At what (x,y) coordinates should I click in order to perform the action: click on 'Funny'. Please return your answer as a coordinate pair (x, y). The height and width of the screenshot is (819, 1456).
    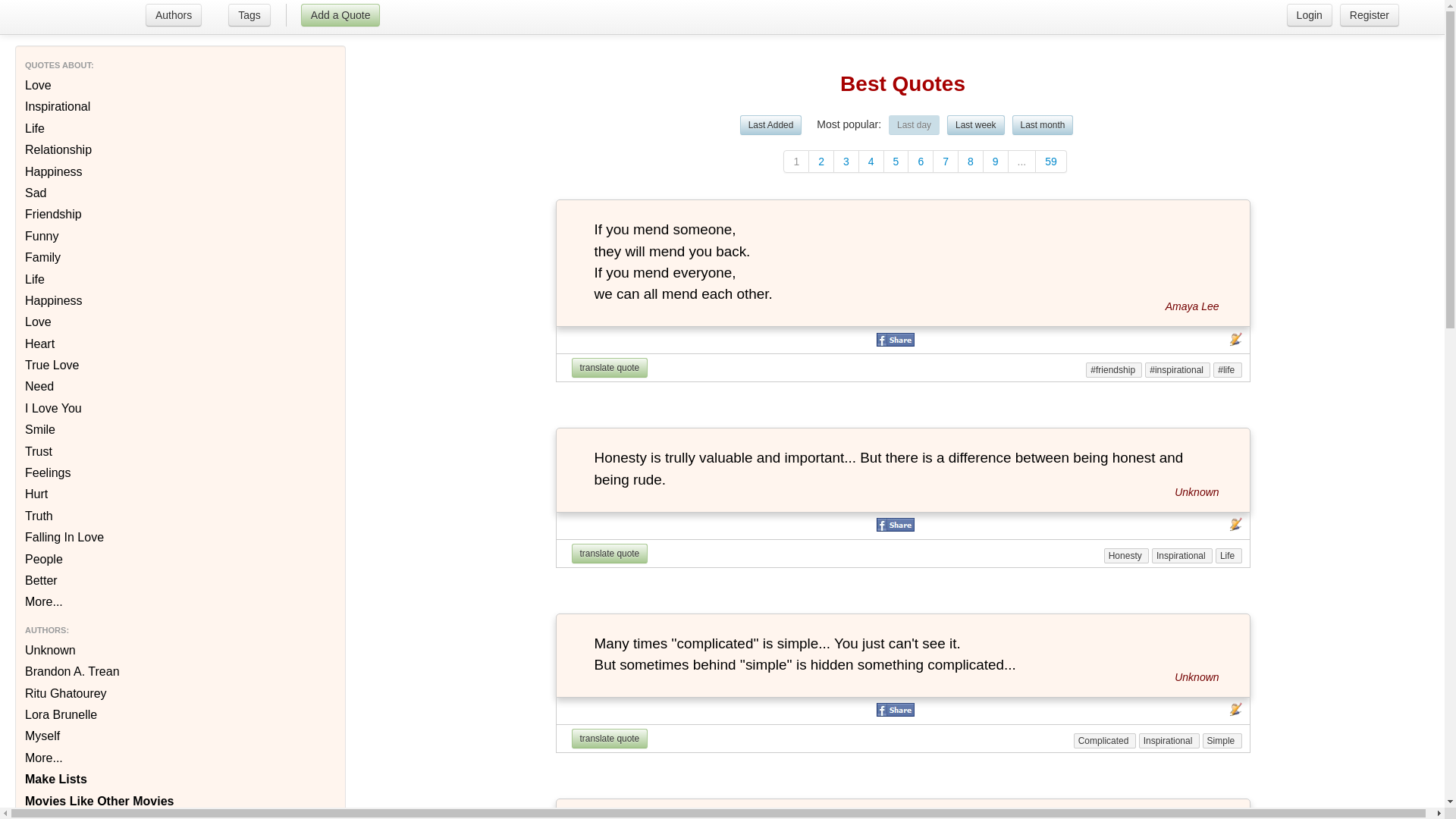
    Looking at the image, I should click on (14, 237).